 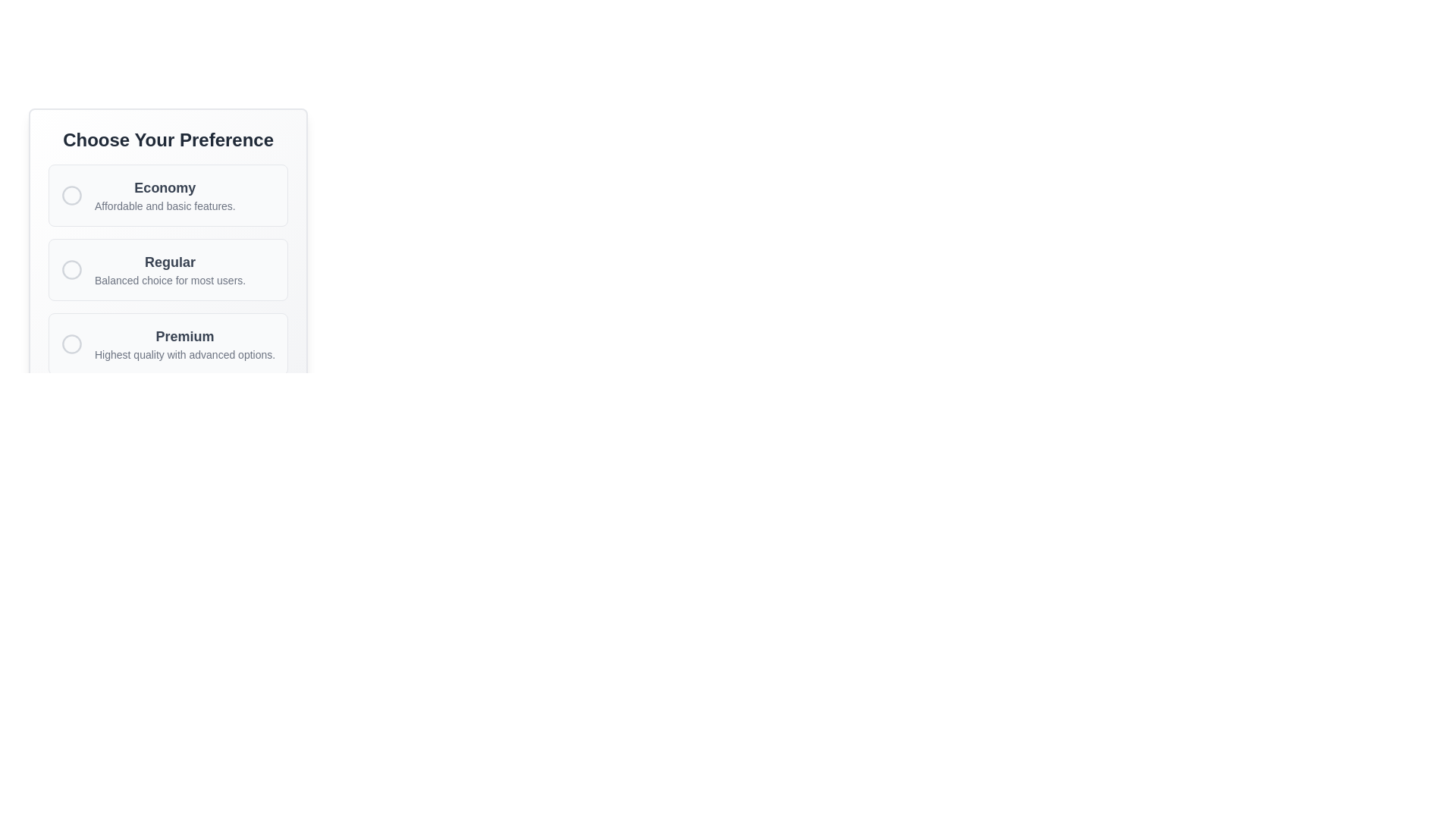 What do you see at coordinates (71, 268) in the screenshot?
I see `the Radio Button Outline that indicates the 'Regular' option in the preference selection interface` at bounding box center [71, 268].